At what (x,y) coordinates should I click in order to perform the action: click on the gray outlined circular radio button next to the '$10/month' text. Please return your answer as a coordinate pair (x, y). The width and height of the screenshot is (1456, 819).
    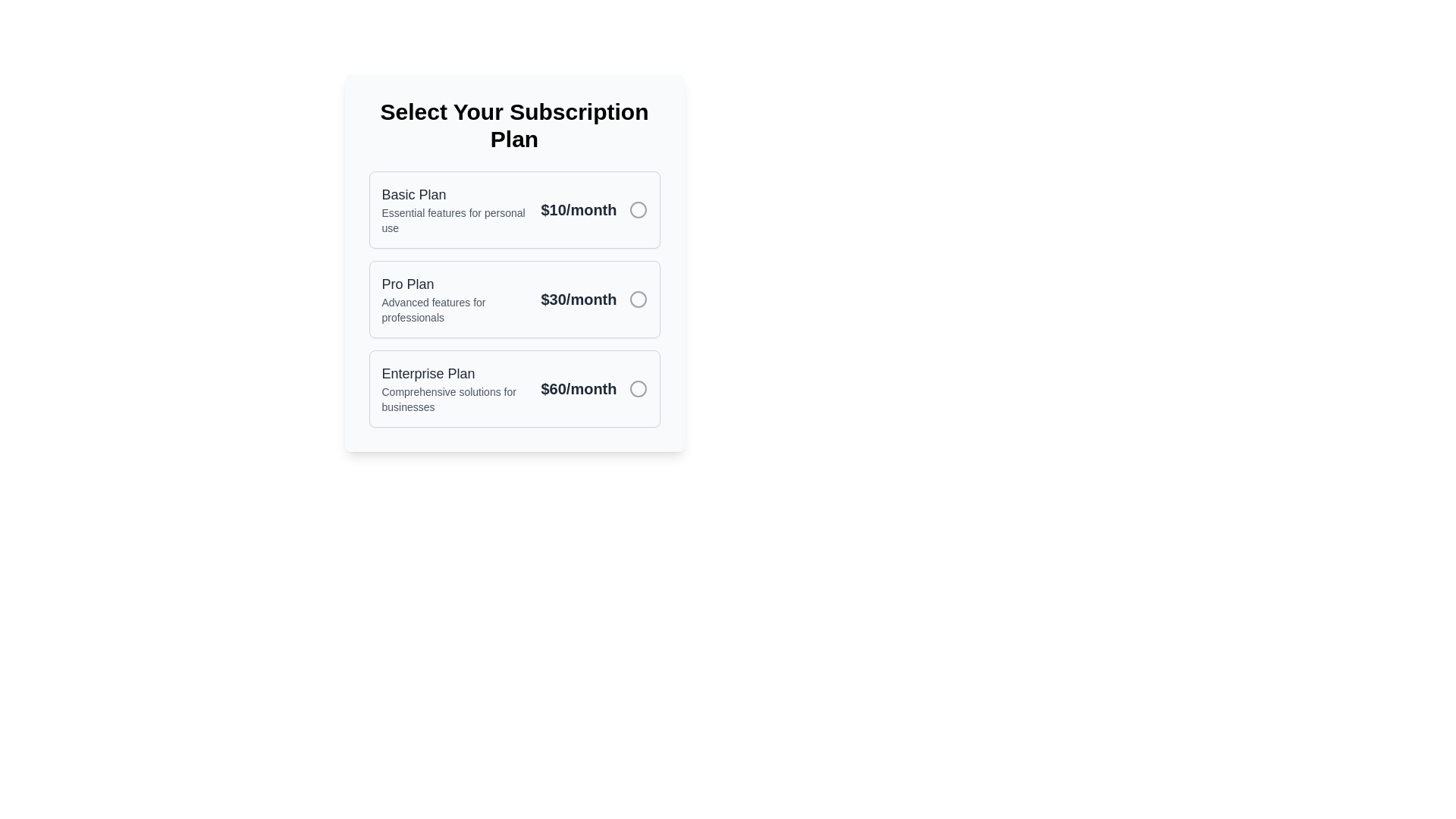
    Looking at the image, I should click on (638, 210).